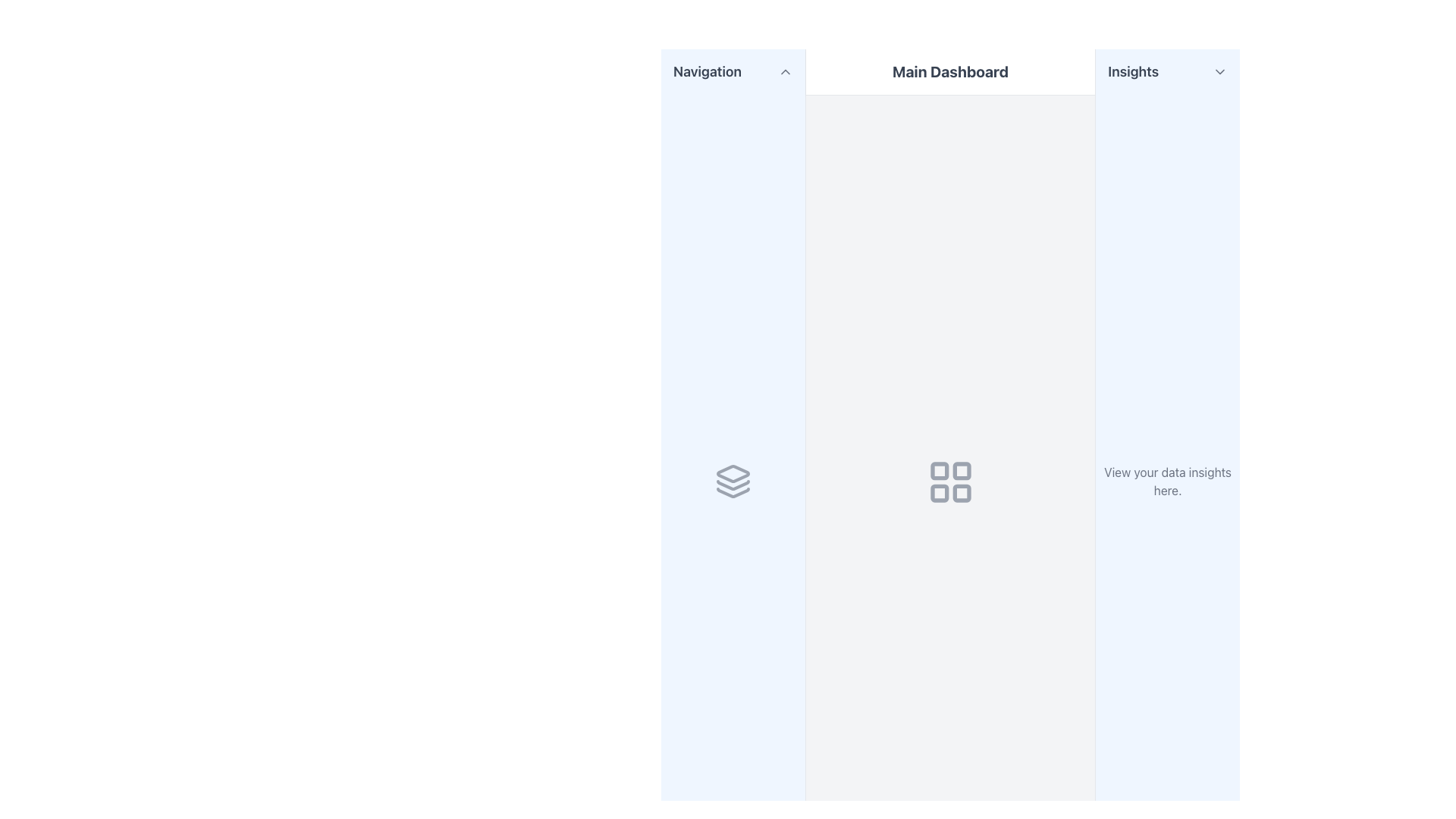 This screenshot has height=819, width=1456. I want to click on the layout or grid view icon located in the main content area, centrally aligned and positioned slightly below the vertical center, so click(949, 482).